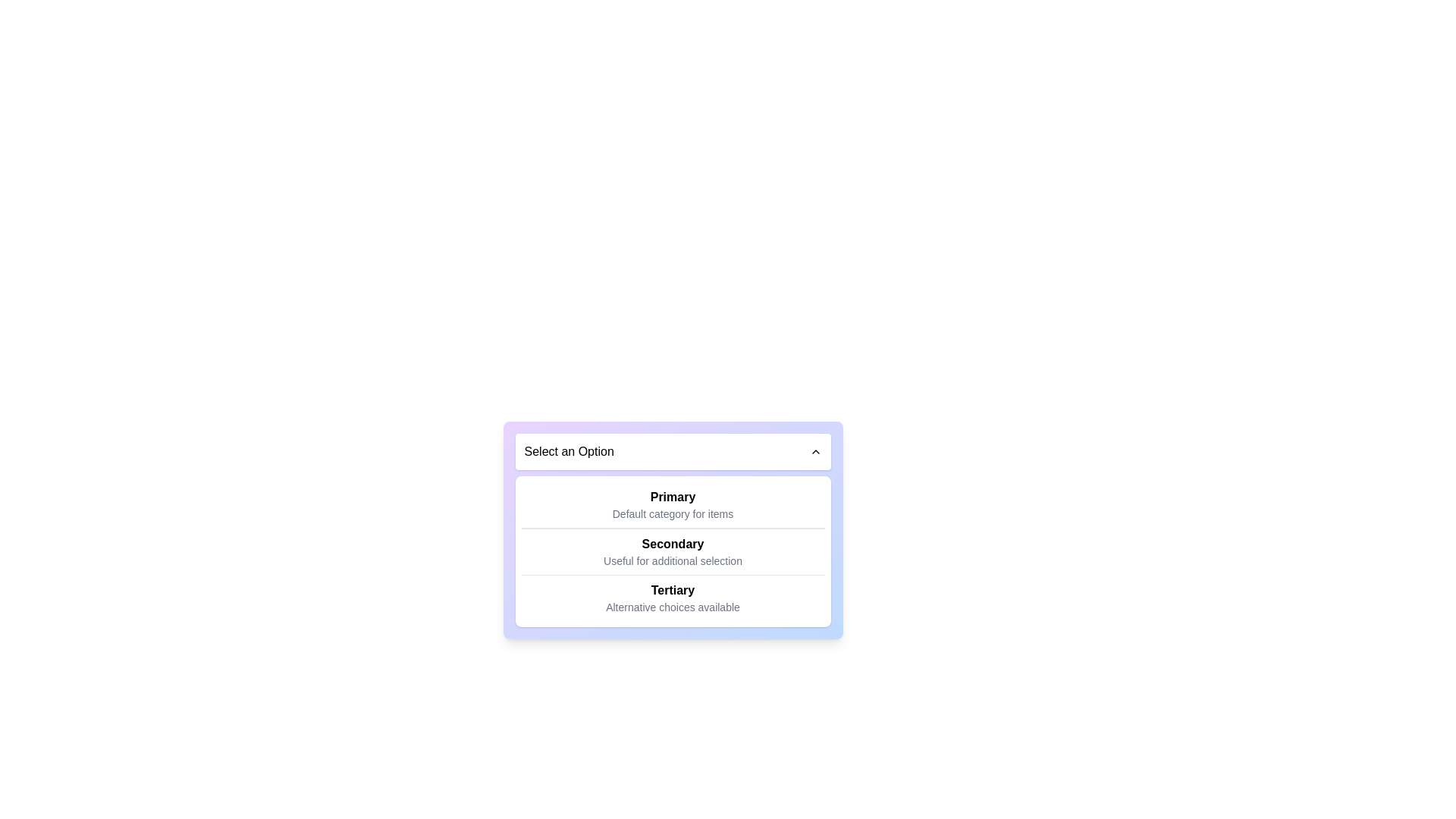  Describe the element at coordinates (672, 590) in the screenshot. I see `the 'Tertiary' text label in the dropdown menu` at that location.